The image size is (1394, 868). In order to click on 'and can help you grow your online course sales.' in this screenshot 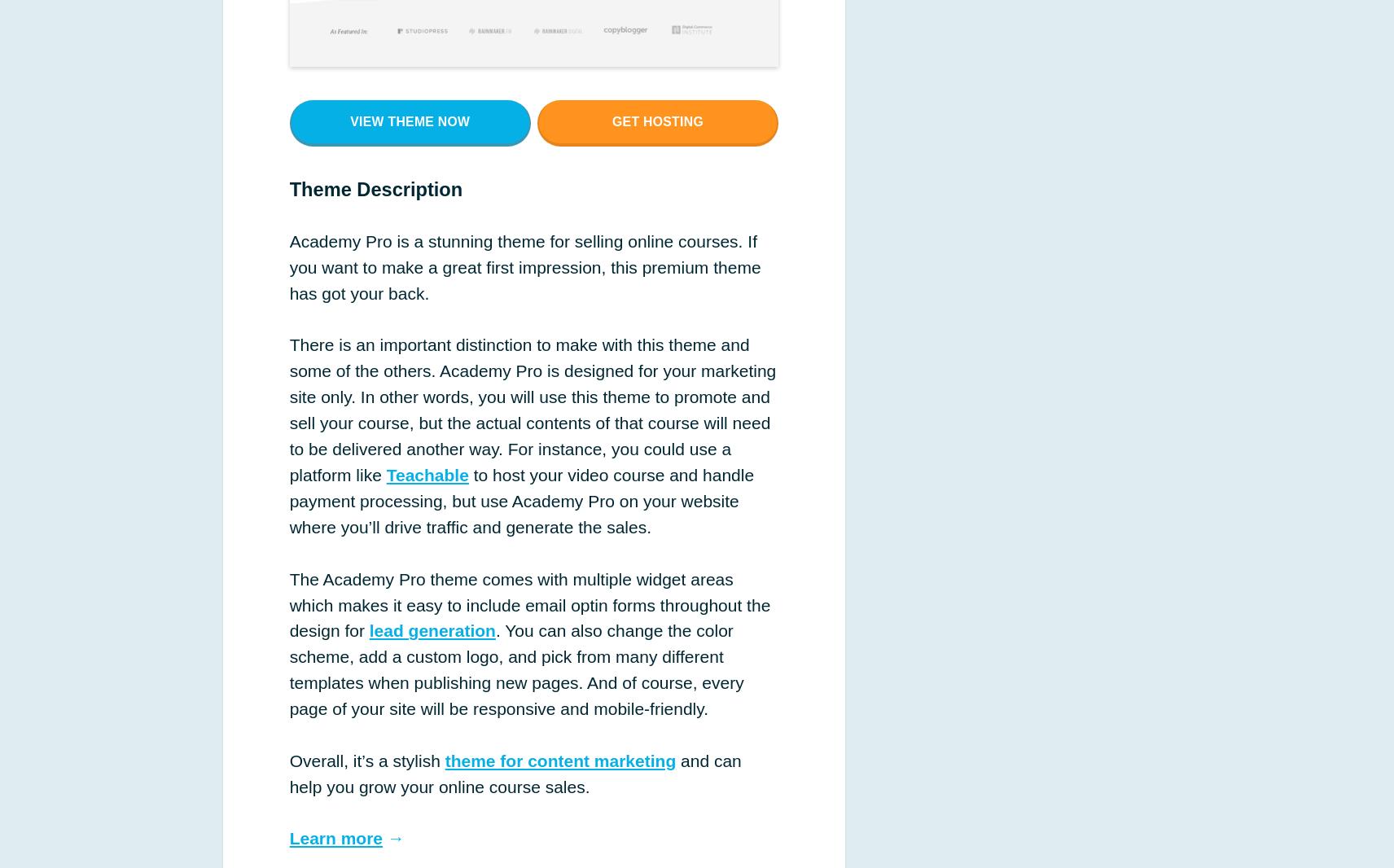, I will do `click(514, 773)`.